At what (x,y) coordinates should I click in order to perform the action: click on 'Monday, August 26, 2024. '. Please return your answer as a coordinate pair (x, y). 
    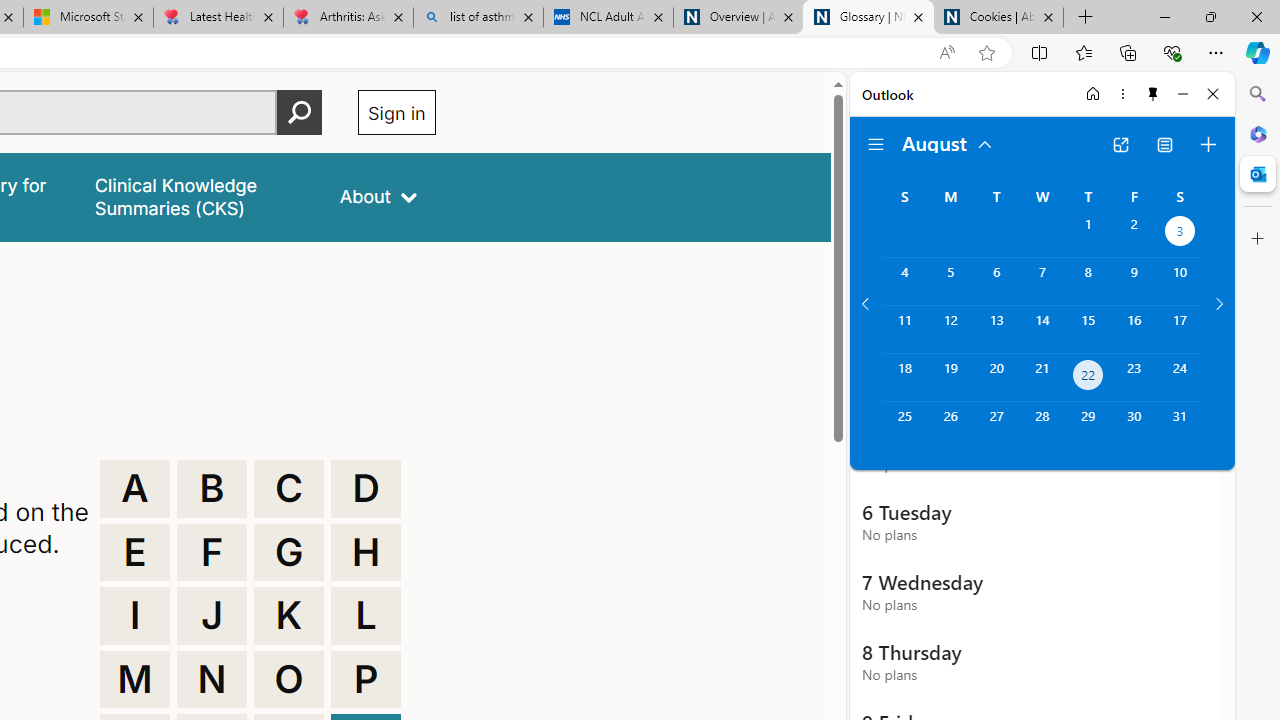
    Looking at the image, I should click on (949, 424).